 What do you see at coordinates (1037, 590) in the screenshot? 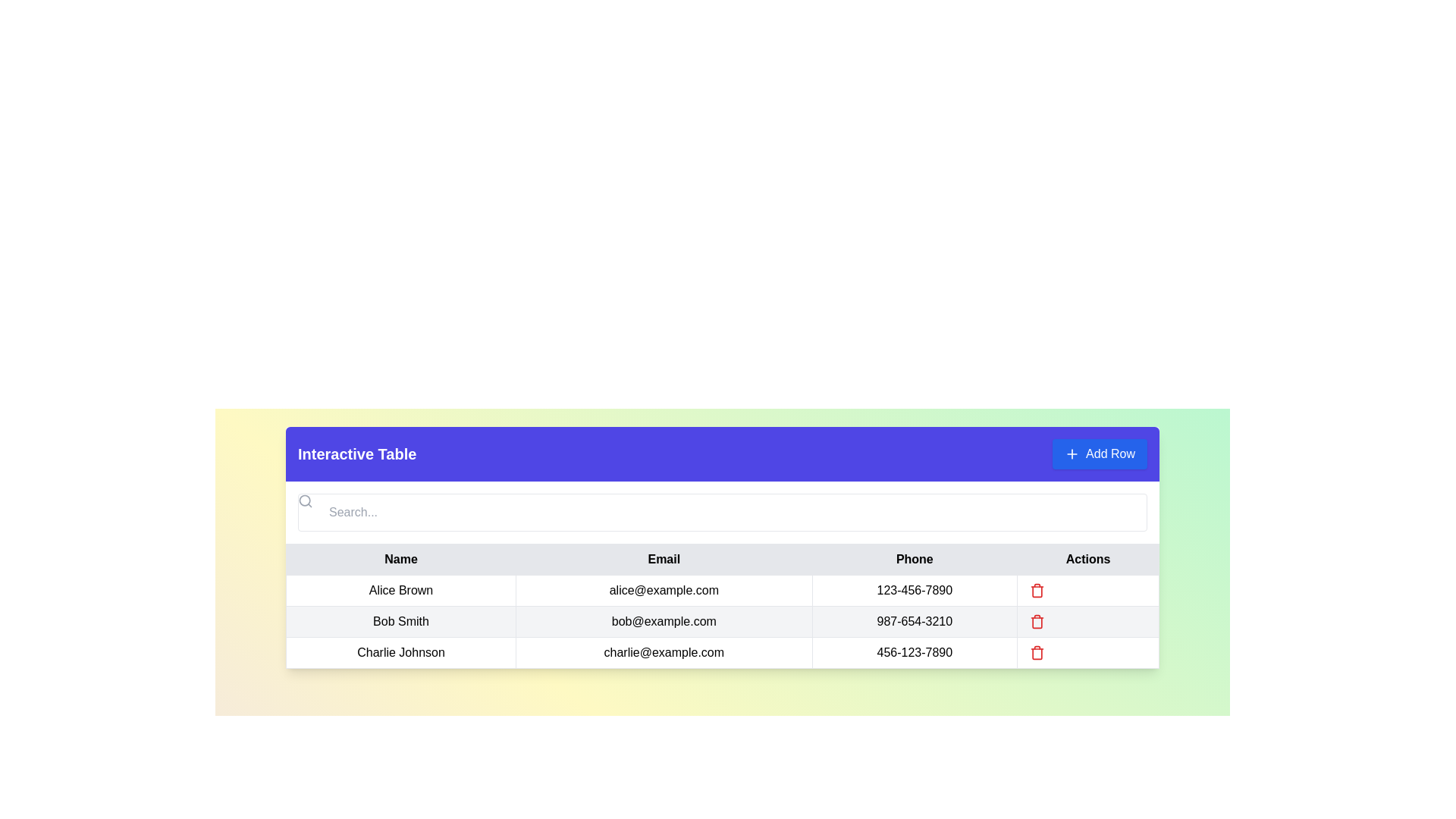
I see `the delete button located in the 'Actions' column of the second row in the data table, aligned with the email and phone details of 'Bob Smith'` at bounding box center [1037, 590].